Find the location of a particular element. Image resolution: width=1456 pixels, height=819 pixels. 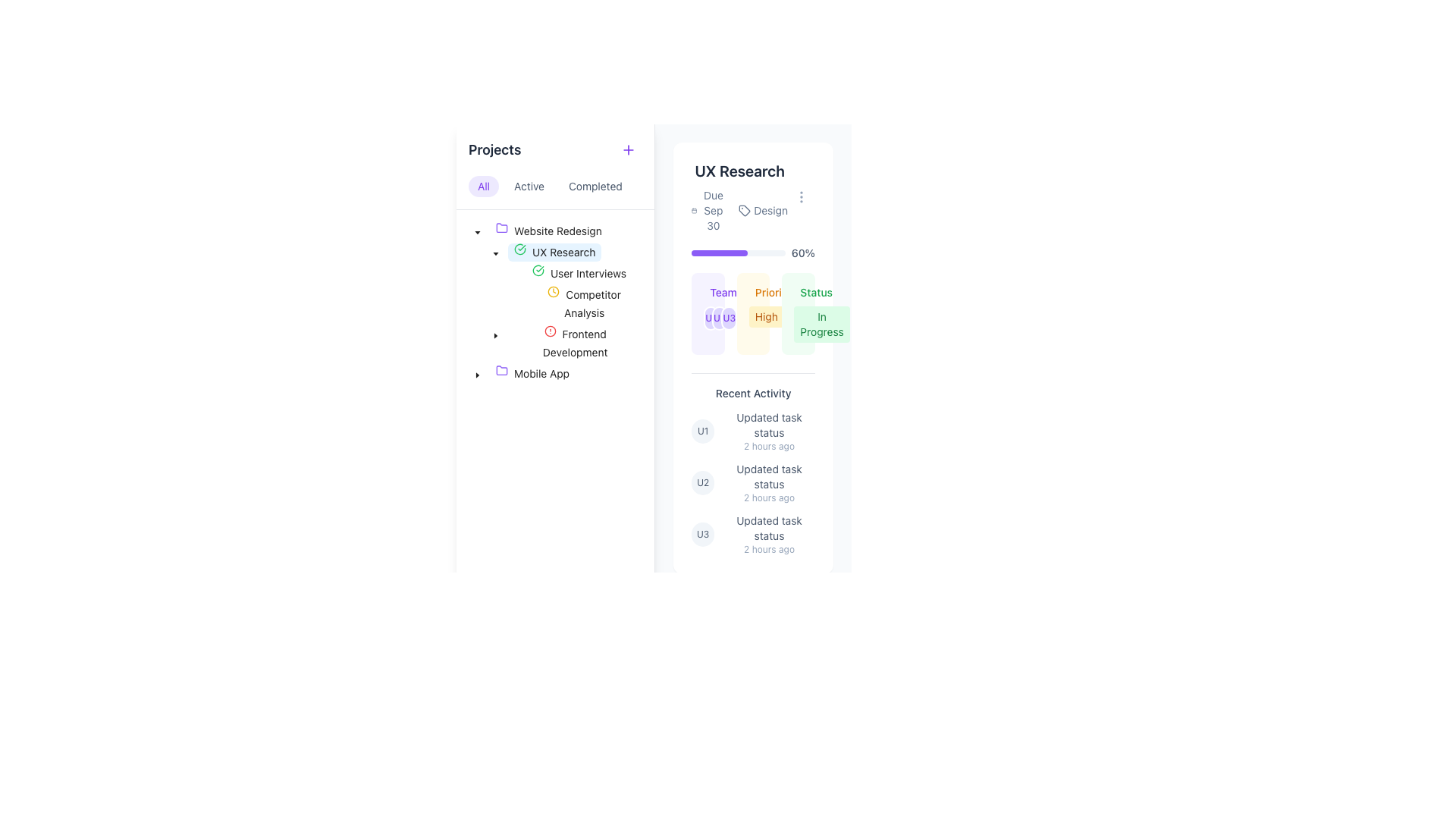

the non-interactive badge component labeled 'High' with an amber background, located in the middle column of a card layout is located at coordinates (753, 312).